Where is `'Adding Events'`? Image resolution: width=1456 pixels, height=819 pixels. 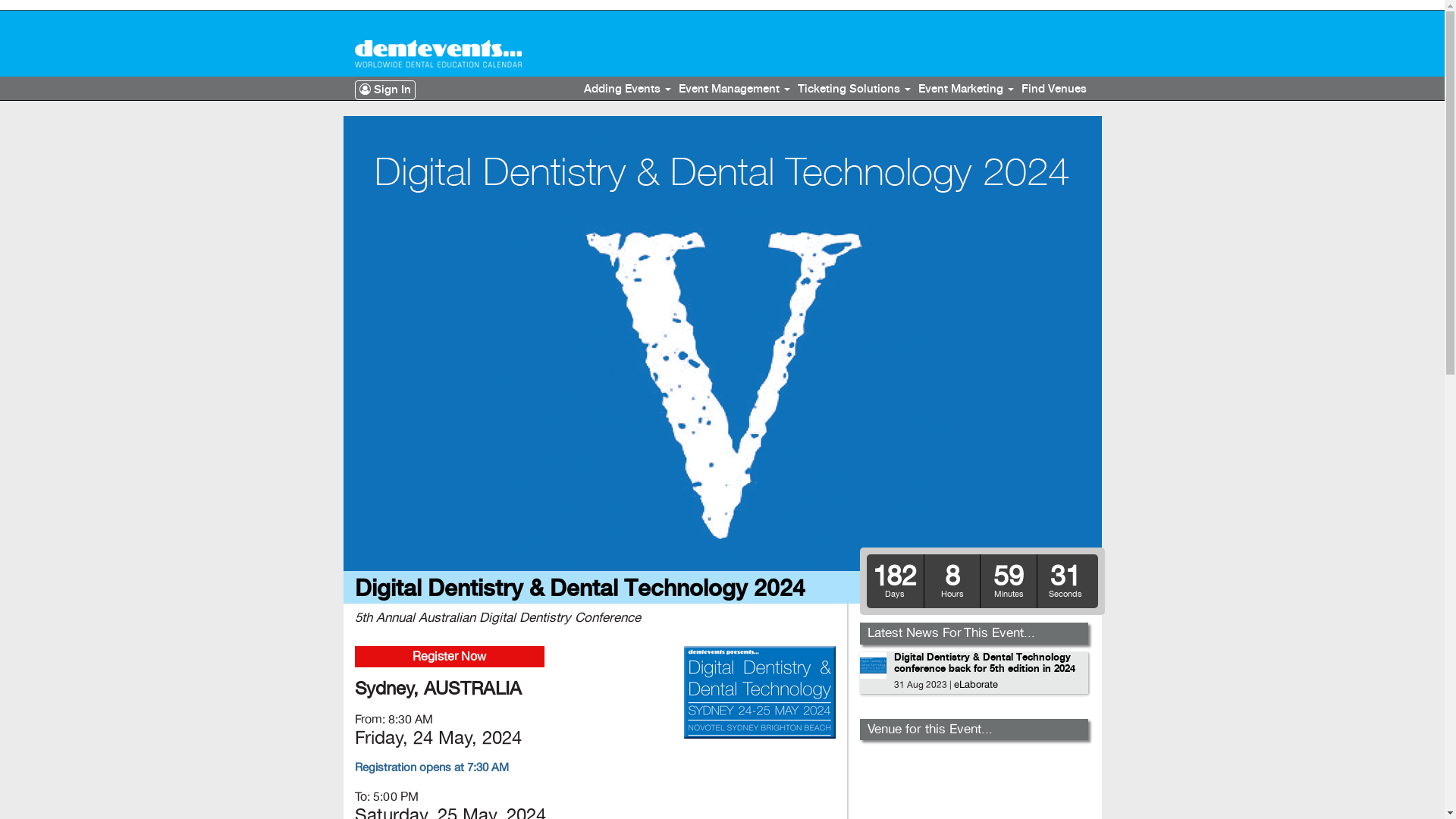 'Adding Events' is located at coordinates (626, 89).